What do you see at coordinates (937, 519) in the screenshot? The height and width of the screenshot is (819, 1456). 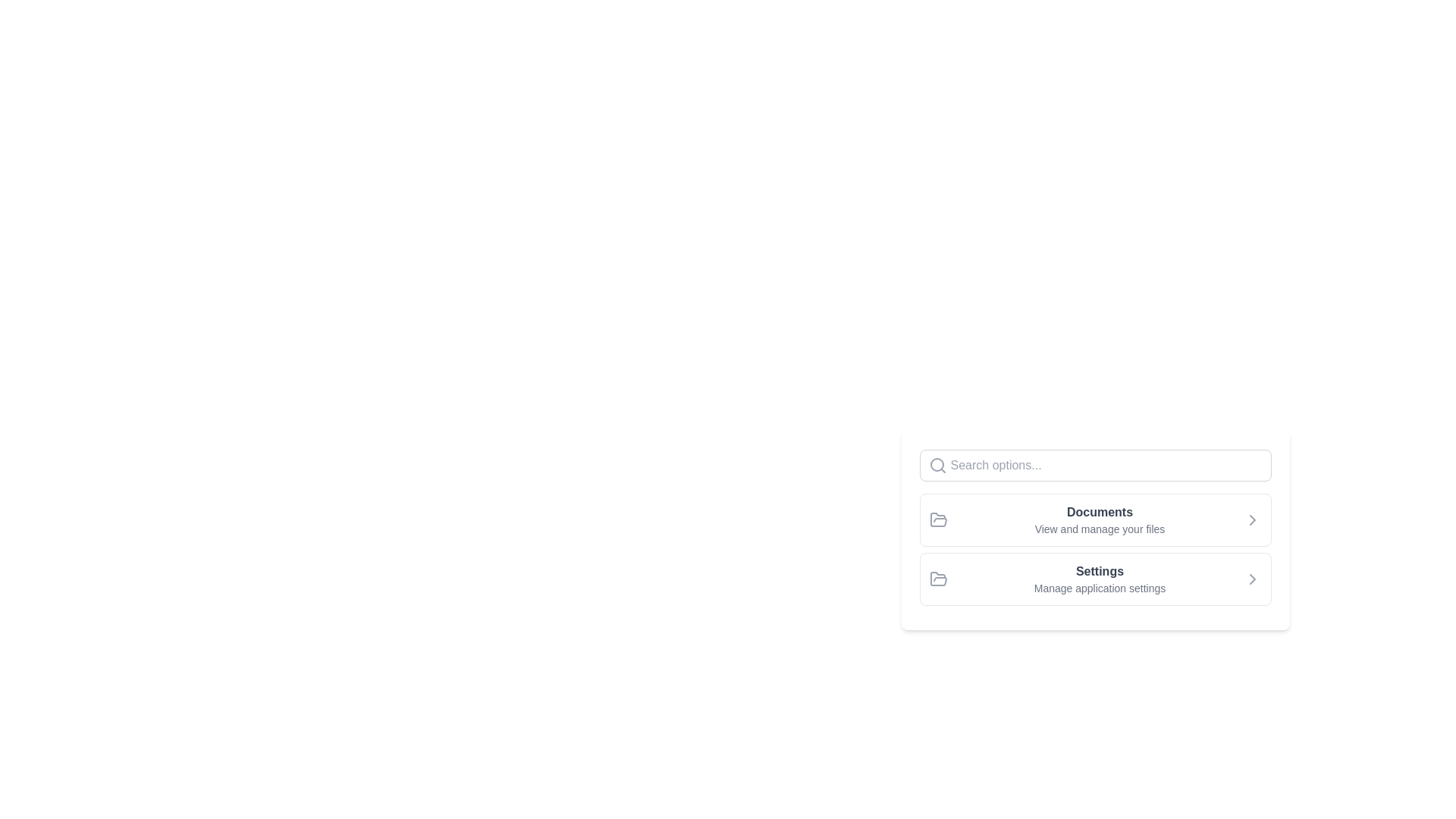 I see `the open folder icon, which is styled with a simple line design and located immediately below the documents icon in the content panel` at bounding box center [937, 519].